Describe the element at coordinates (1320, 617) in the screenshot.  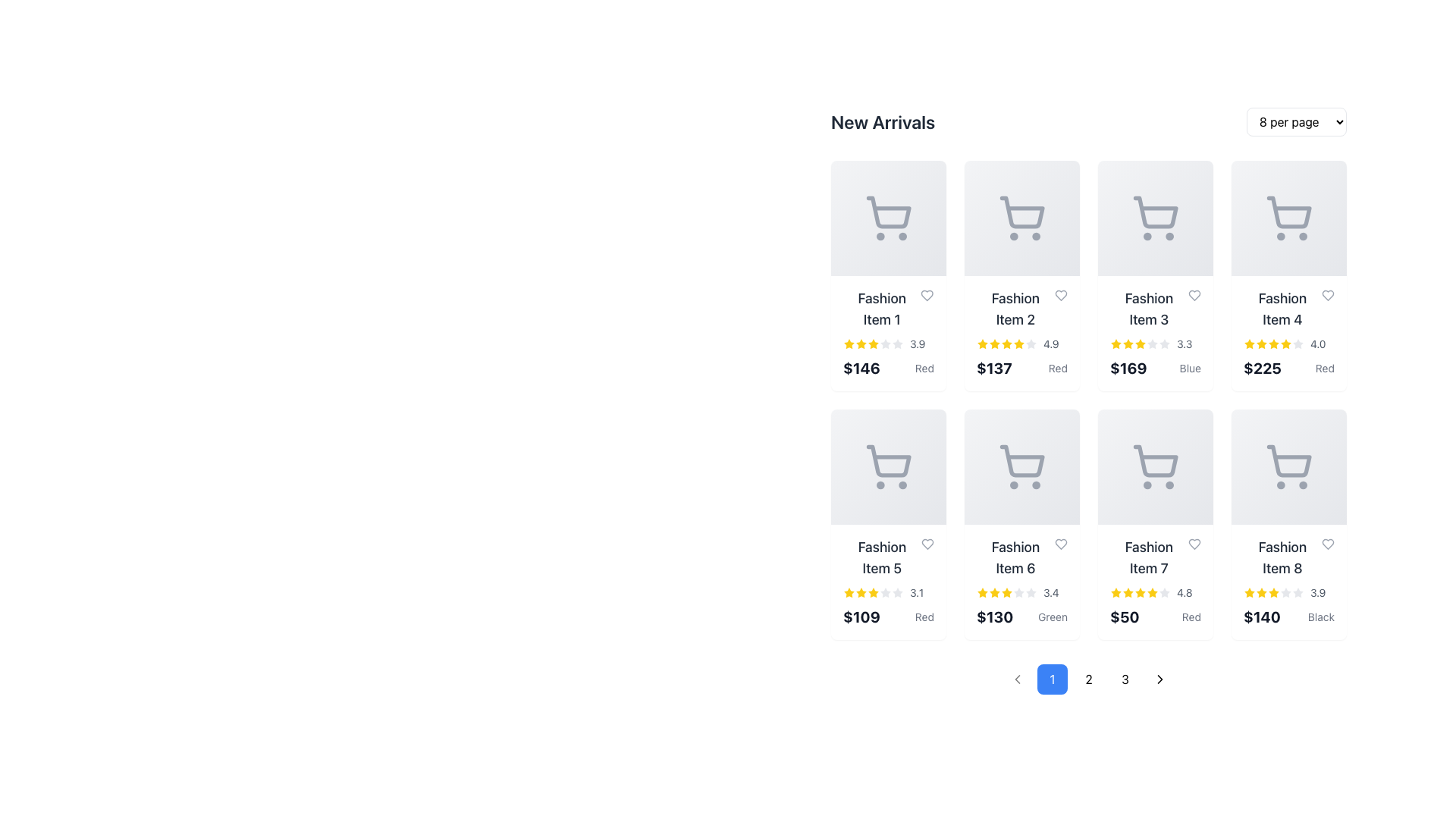
I see `the text label displaying 'Black', which is styled in small gray font and positioned to the right of the price label '$140', located under the 'Fashion Item 8' product card in the last column of the grid layout` at that location.